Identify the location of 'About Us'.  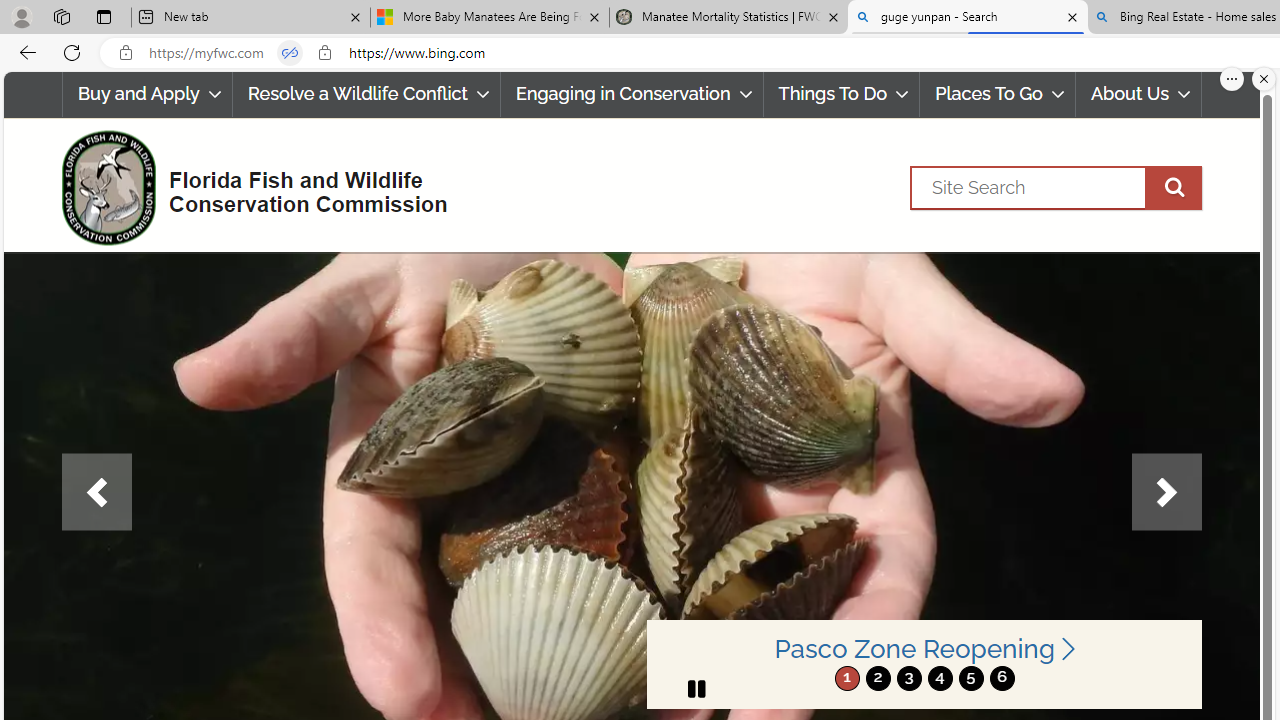
(1138, 94).